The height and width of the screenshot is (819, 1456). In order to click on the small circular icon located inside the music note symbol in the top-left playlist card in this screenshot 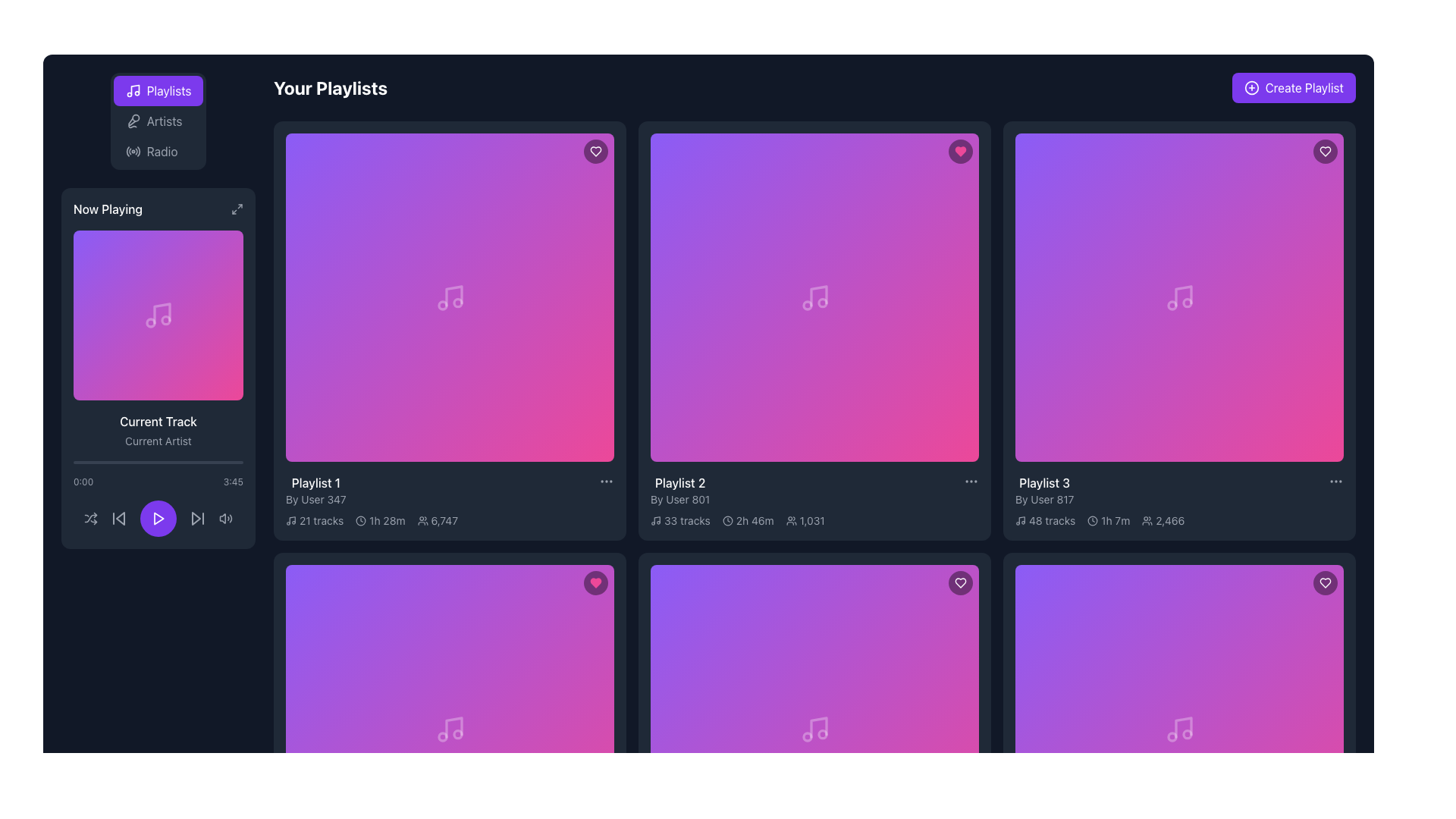, I will do `click(441, 305)`.